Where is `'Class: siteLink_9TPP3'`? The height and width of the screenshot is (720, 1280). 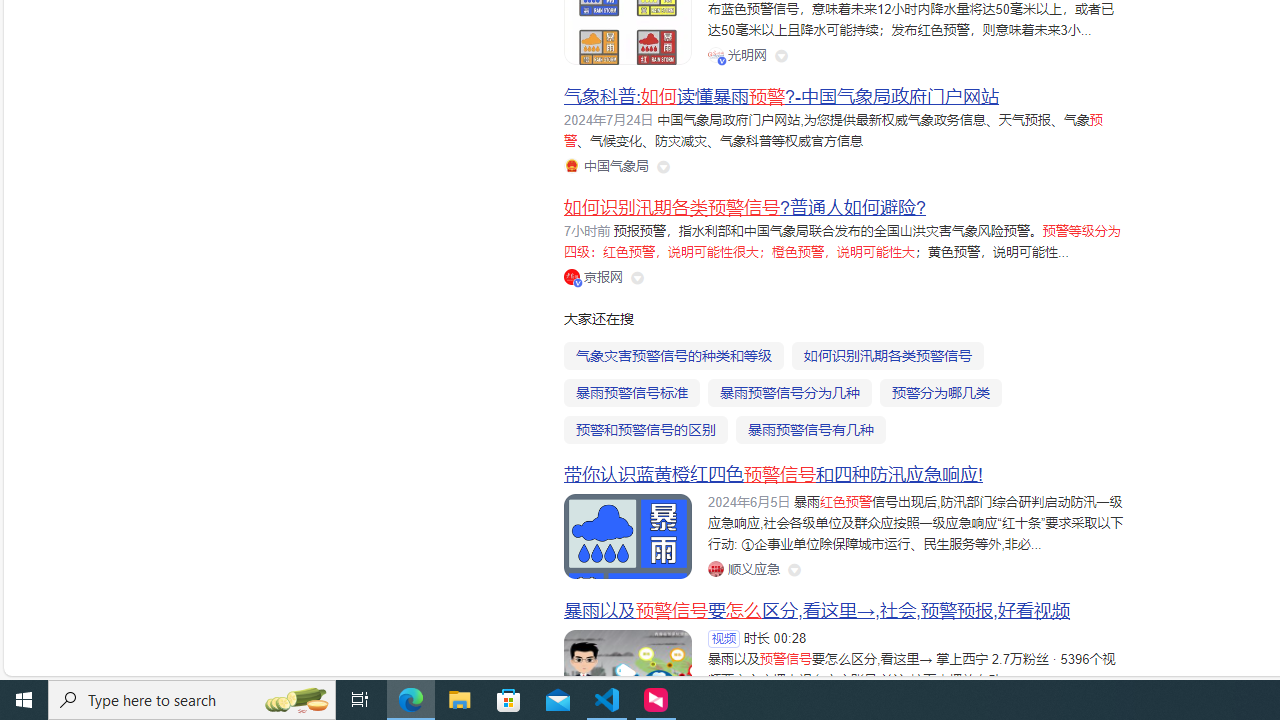
'Class: siteLink_9TPP3' is located at coordinates (742, 568).